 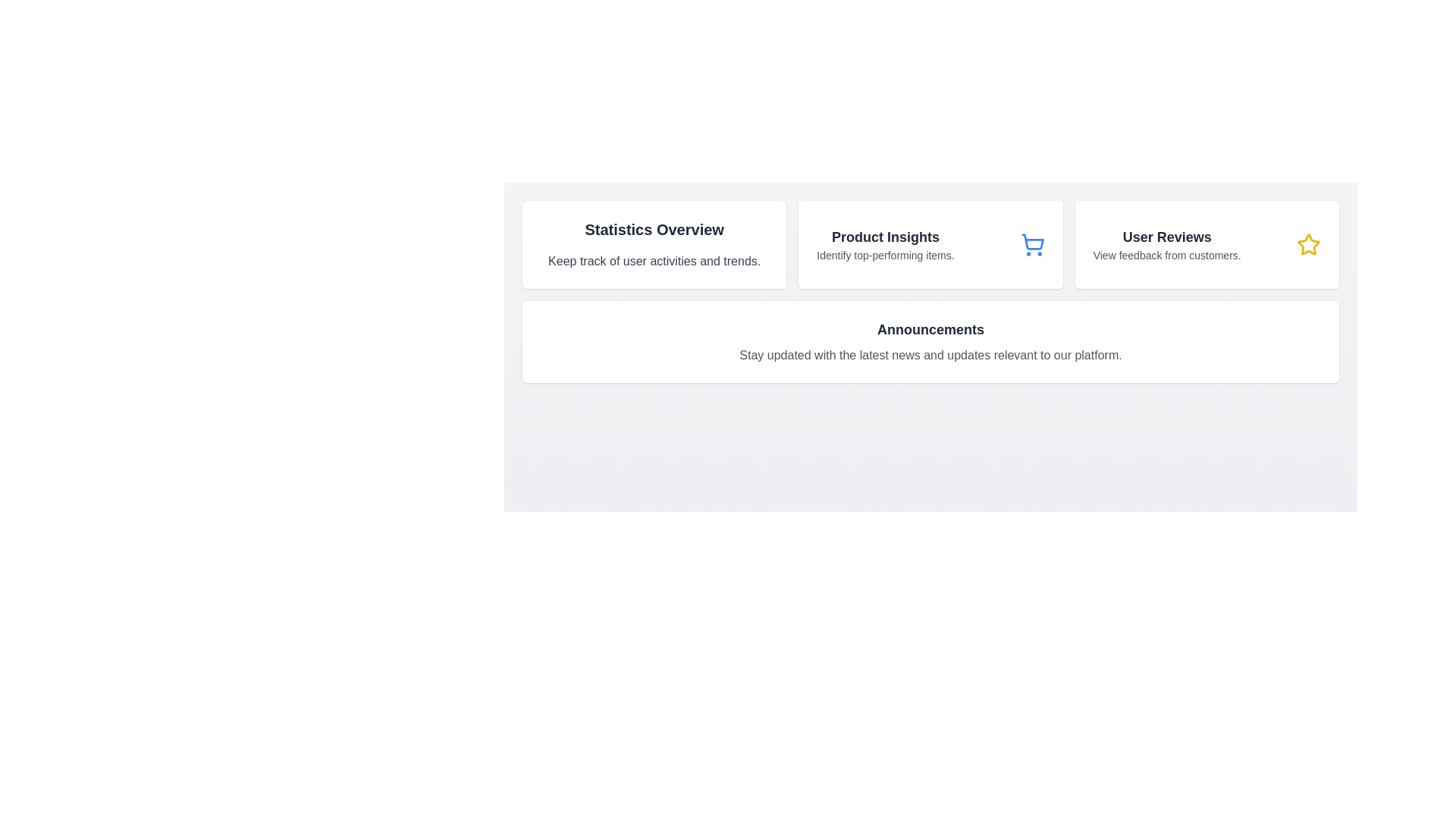 I want to click on information from the text block located in the top-right card of the grid layout, which provides details about accessing user reviews and their feedback, so click(x=1166, y=244).